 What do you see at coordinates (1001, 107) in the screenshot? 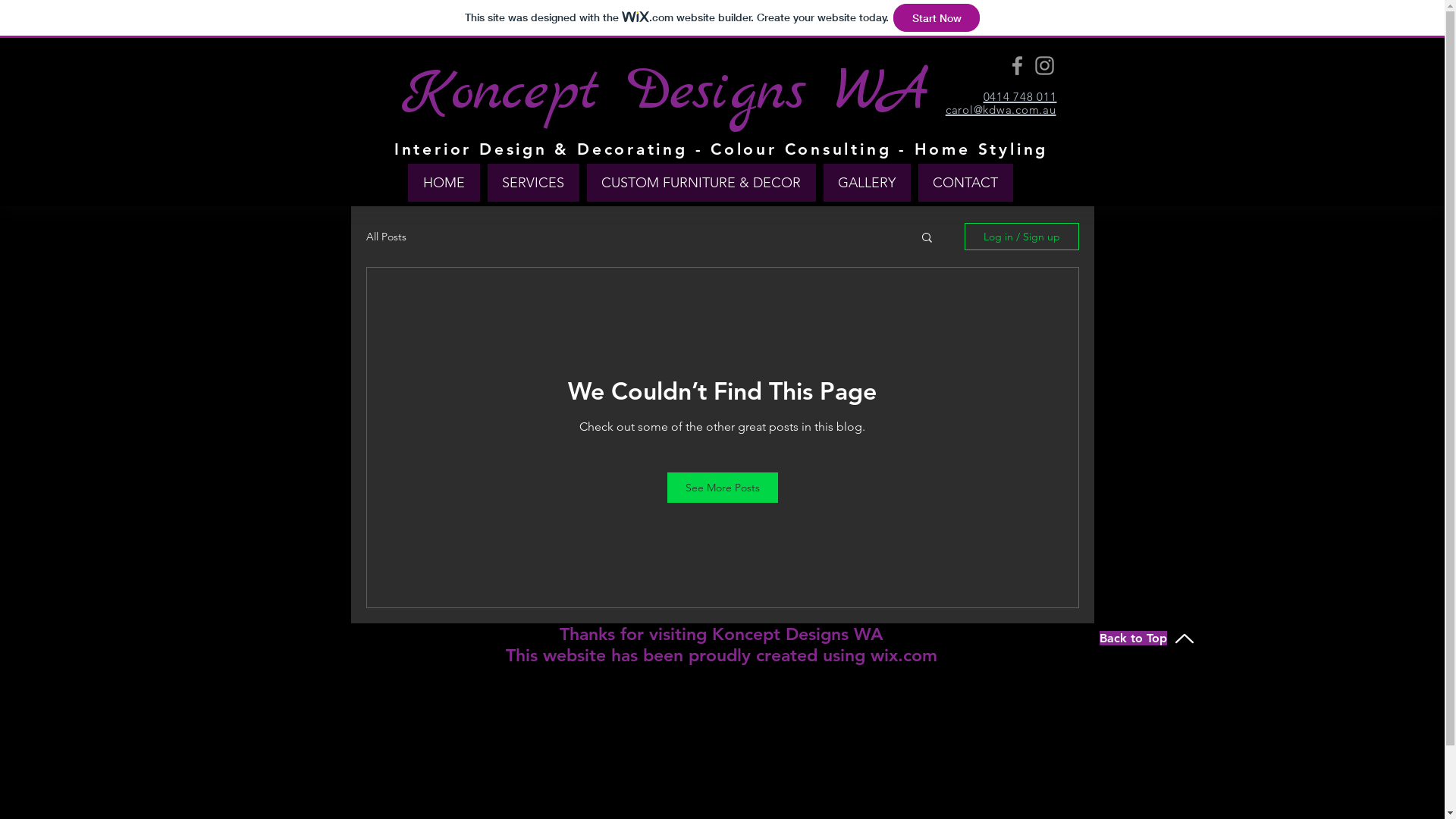
I see `'carol@kdwa.com.au'` at bounding box center [1001, 107].